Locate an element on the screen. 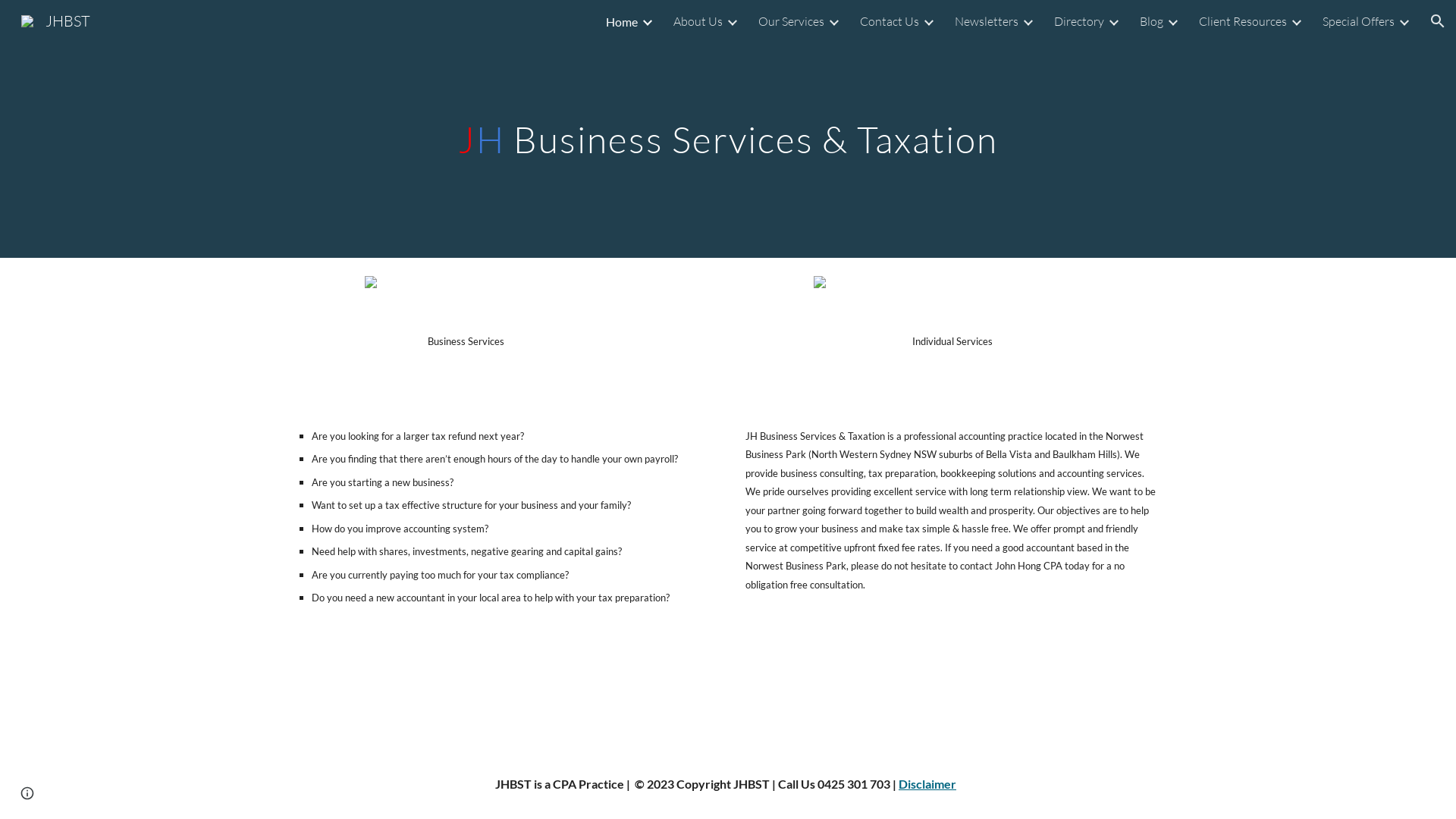  'Expand/Collapse' is located at coordinates (833, 20).